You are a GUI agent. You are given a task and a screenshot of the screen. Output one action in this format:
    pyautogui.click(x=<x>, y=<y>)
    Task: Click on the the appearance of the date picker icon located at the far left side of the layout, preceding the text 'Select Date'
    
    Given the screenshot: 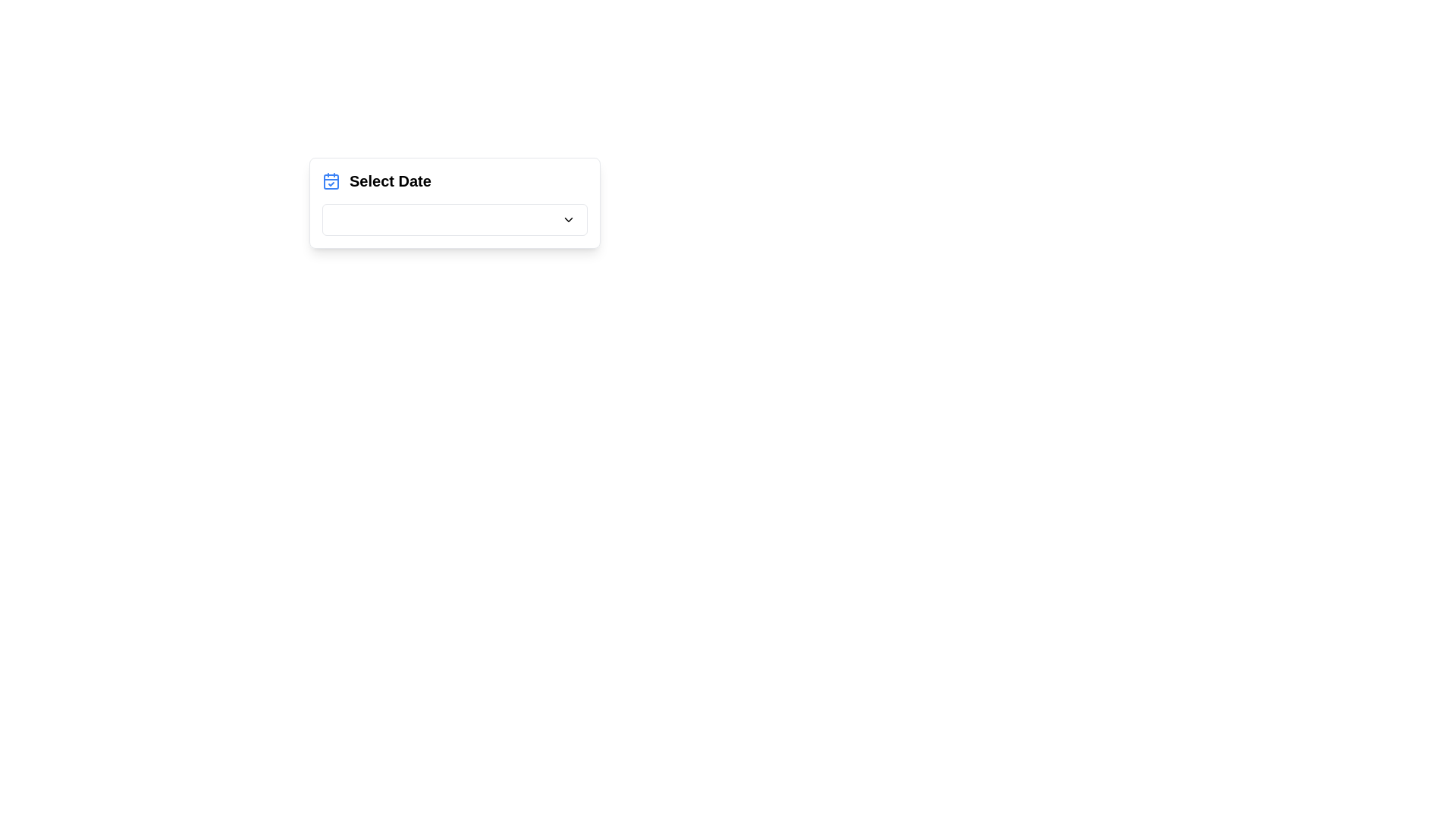 What is the action you would take?
    pyautogui.click(x=330, y=180)
    